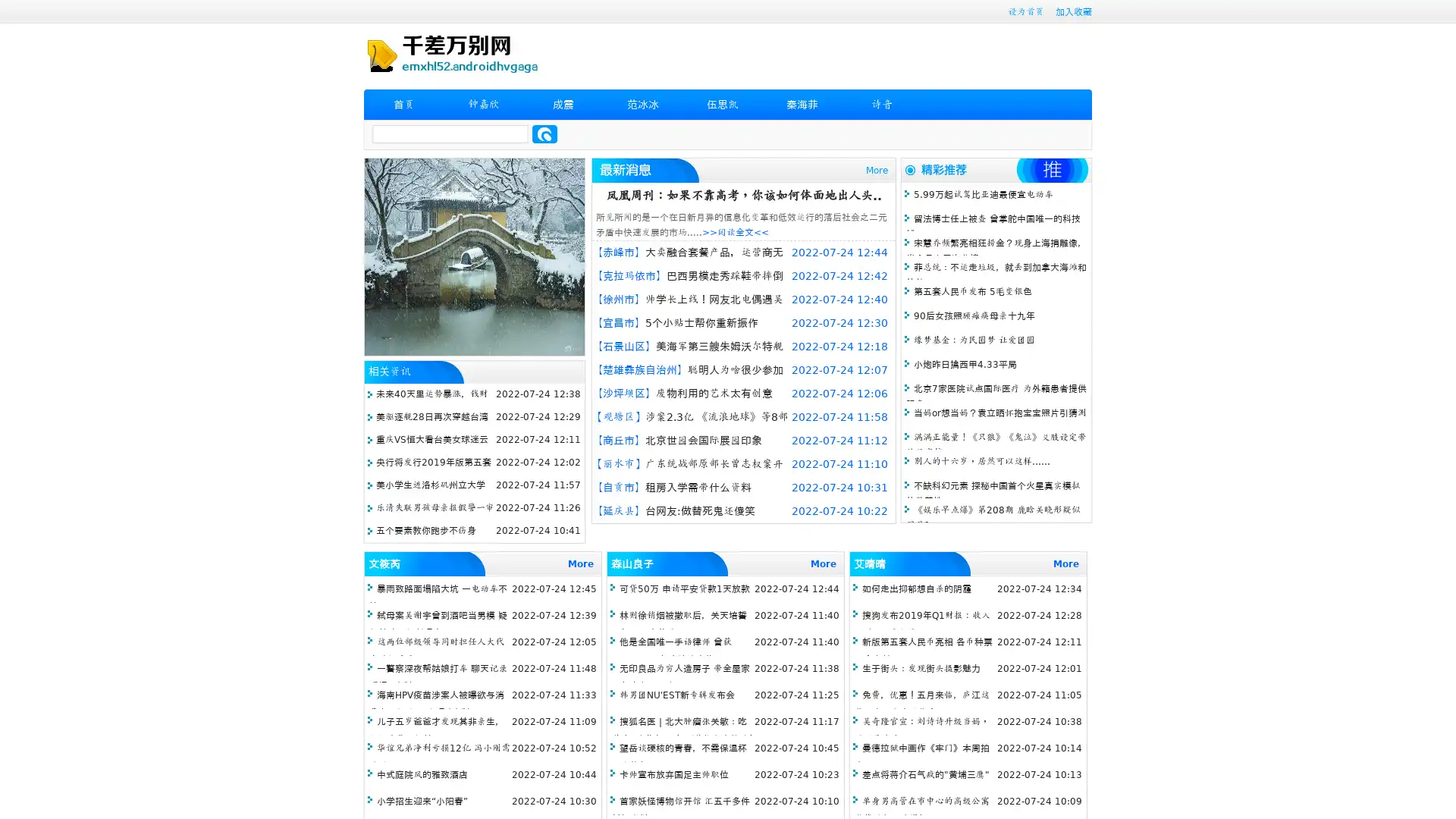 This screenshot has width=1456, height=819. What do you see at coordinates (544, 133) in the screenshot?
I see `Search` at bounding box center [544, 133].